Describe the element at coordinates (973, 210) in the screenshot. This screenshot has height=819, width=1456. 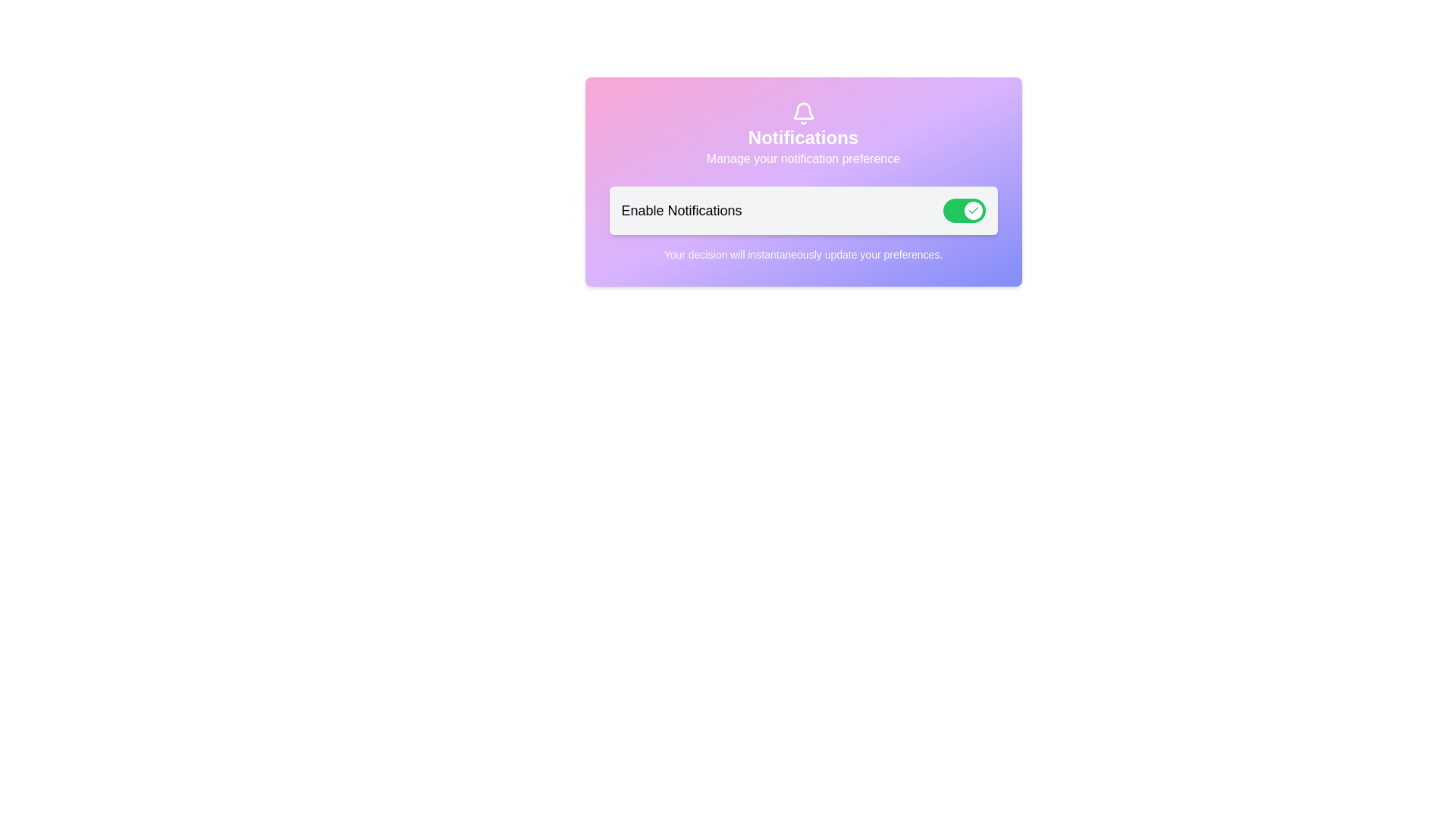
I see `the toggle switch handle with indicator on the far right side of the toggle switch` at that location.